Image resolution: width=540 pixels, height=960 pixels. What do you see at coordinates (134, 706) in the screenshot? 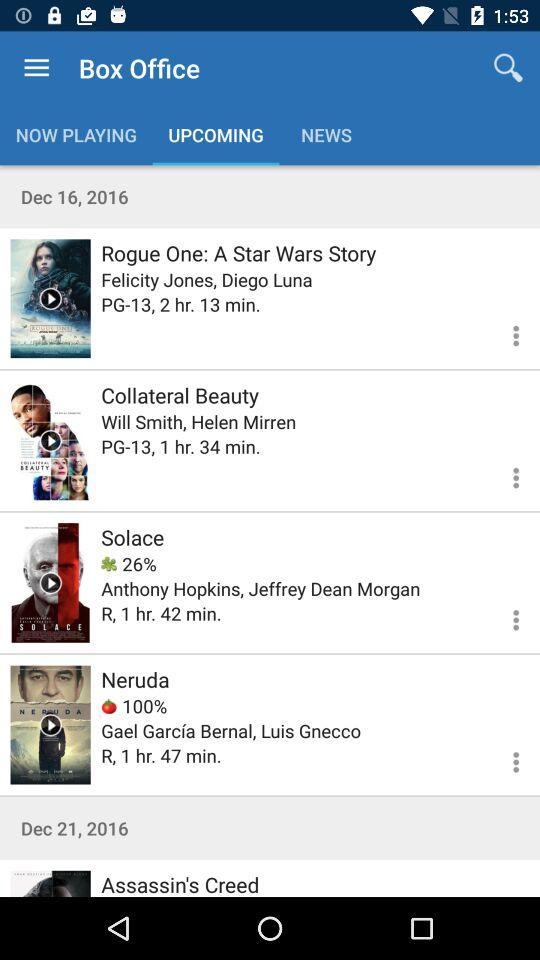
I see `the 100% item` at bounding box center [134, 706].